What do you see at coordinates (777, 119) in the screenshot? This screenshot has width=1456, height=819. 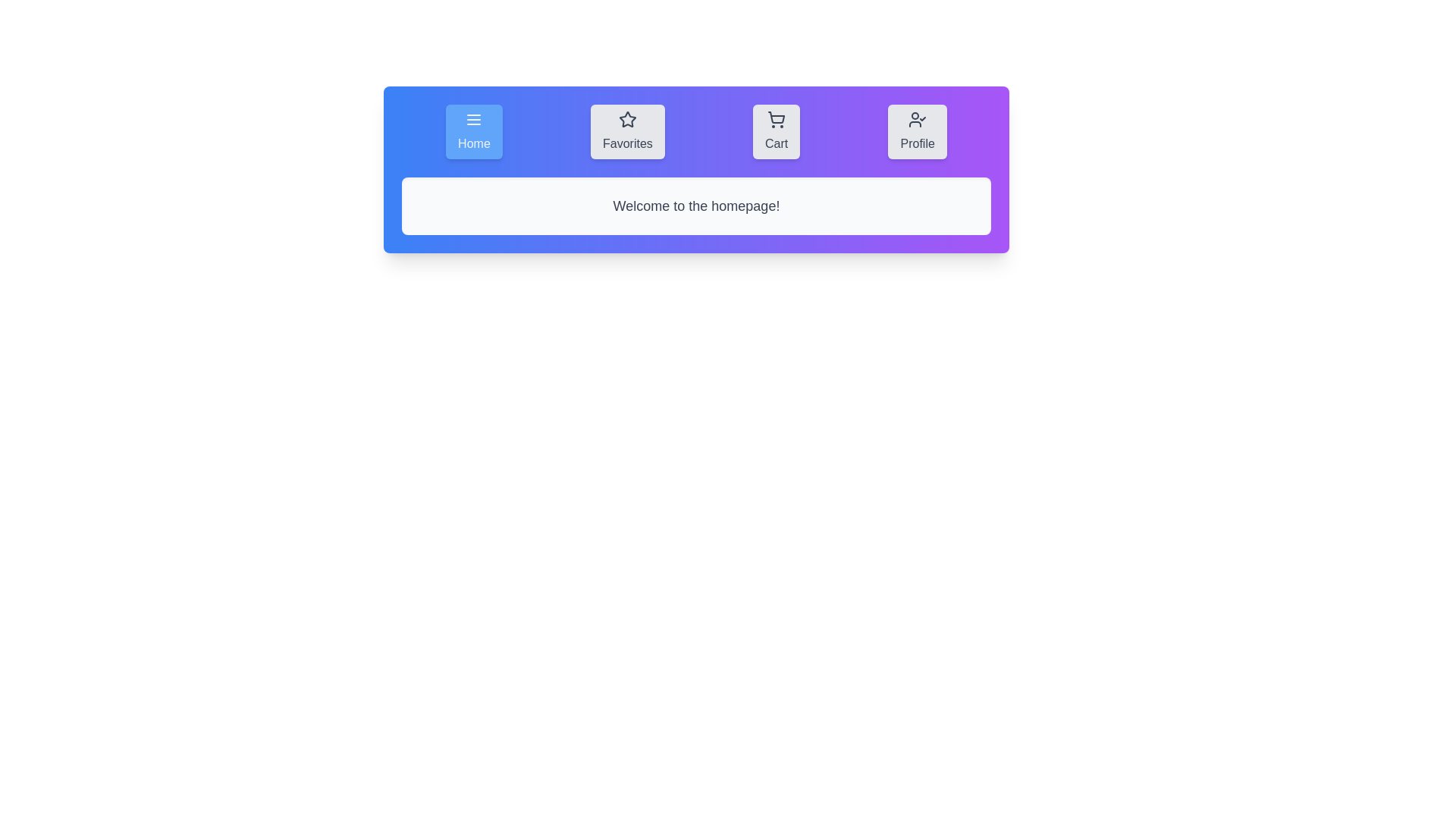 I see `the shopping cart icon in the navigation menu` at bounding box center [777, 119].